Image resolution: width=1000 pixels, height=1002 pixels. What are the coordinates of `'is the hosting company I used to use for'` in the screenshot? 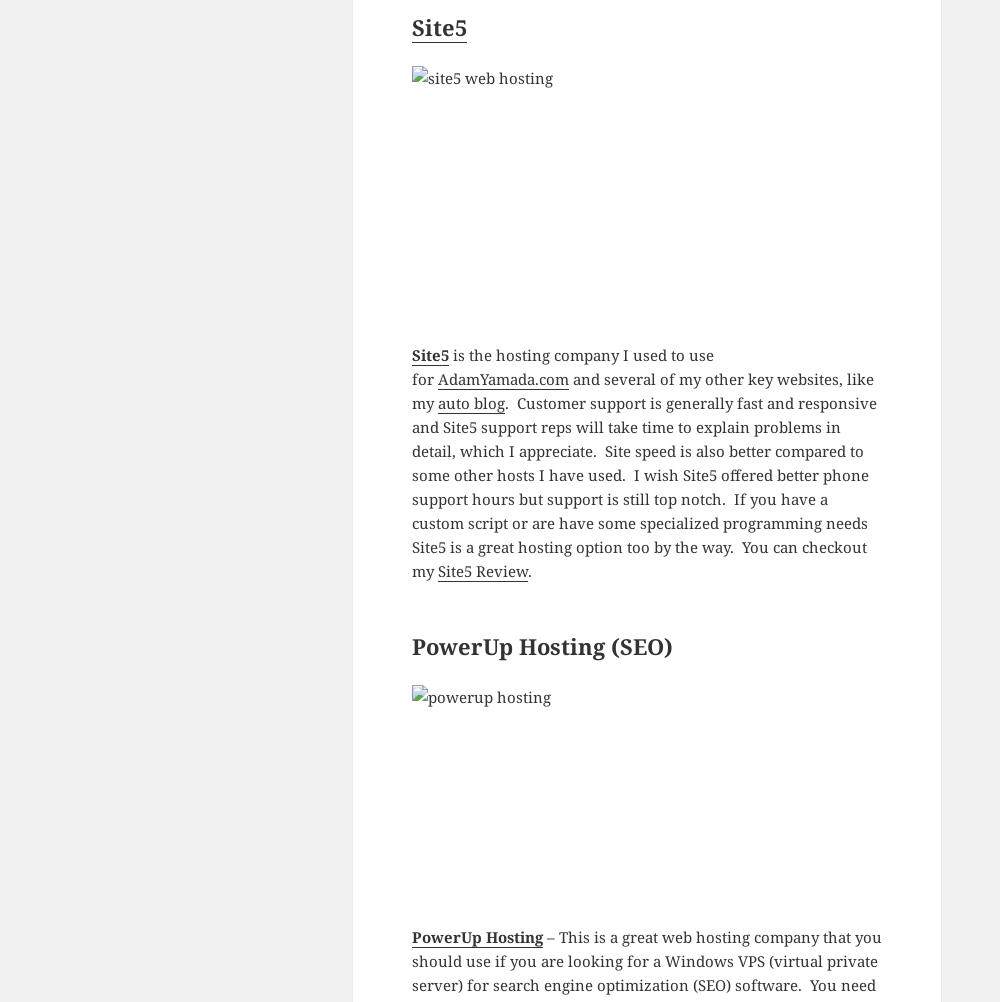 It's located at (562, 367).